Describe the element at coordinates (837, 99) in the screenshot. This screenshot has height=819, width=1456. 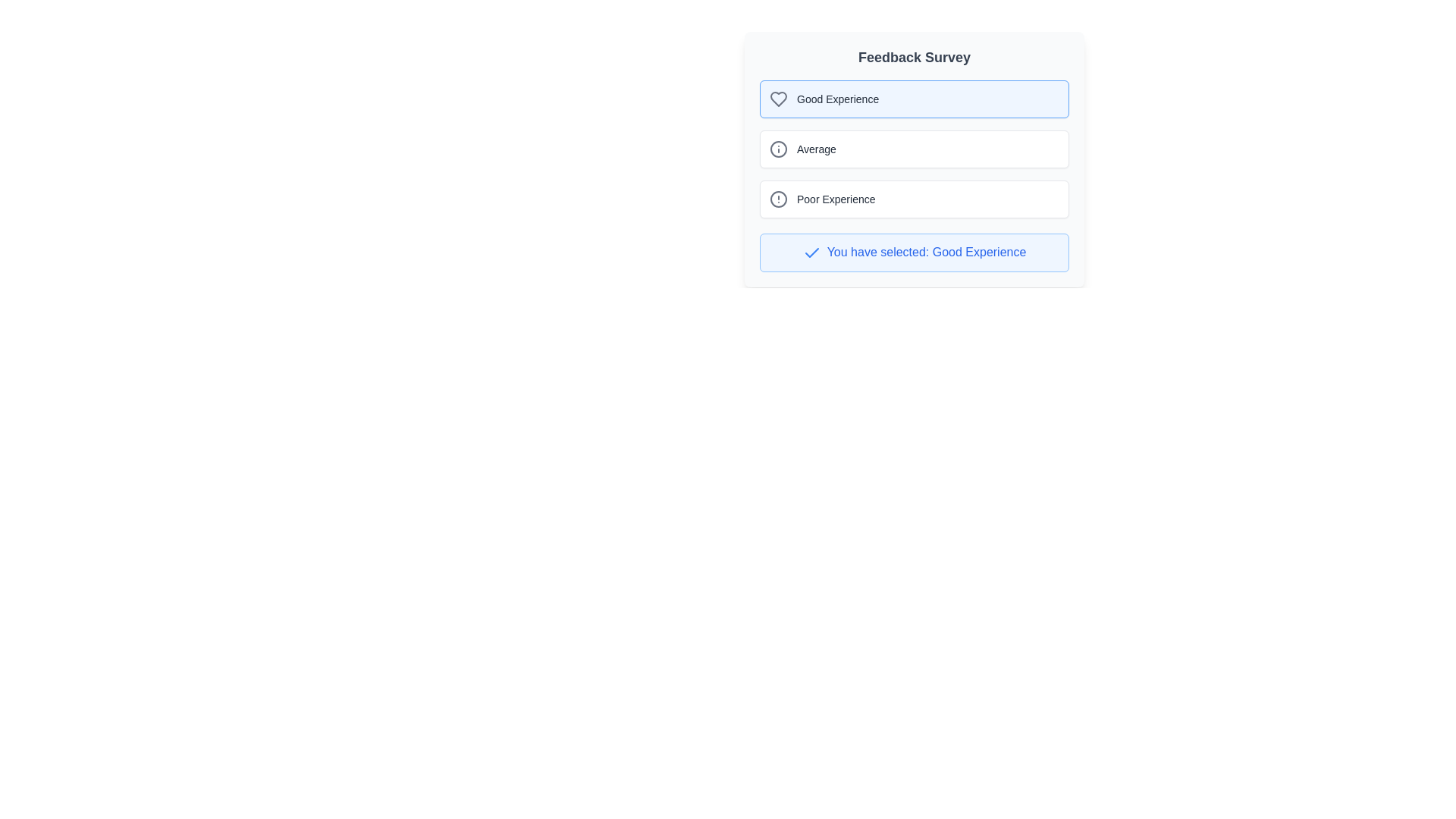
I see `the text label that describes one of the feedback options in the survey form, positioned to the right of a heart-shaped icon` at that location.